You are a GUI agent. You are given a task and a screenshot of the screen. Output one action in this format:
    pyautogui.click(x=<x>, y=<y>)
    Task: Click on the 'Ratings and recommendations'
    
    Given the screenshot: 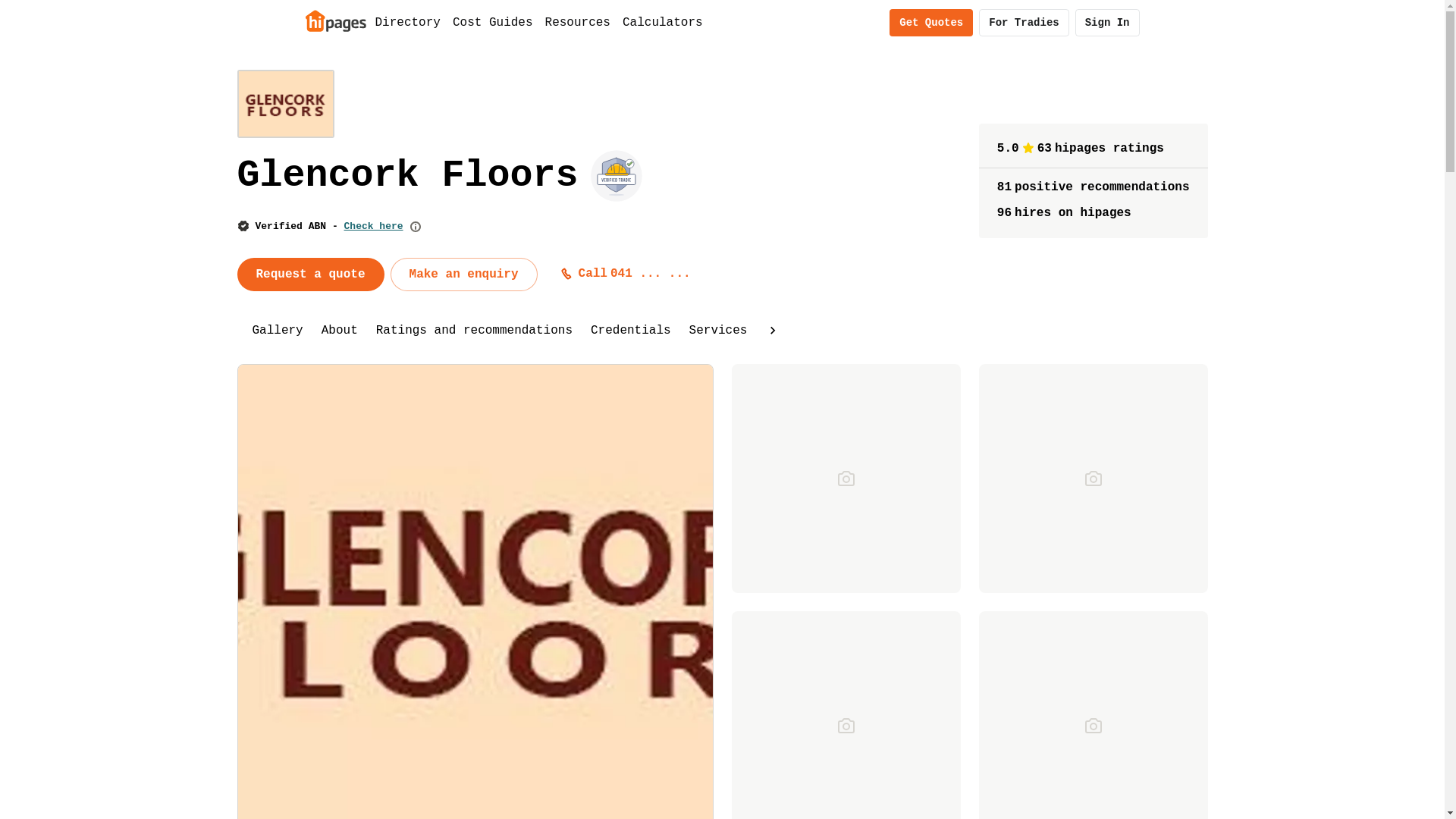 What is the action you would take?
    pyautogui.click(x=473, y=329)
    